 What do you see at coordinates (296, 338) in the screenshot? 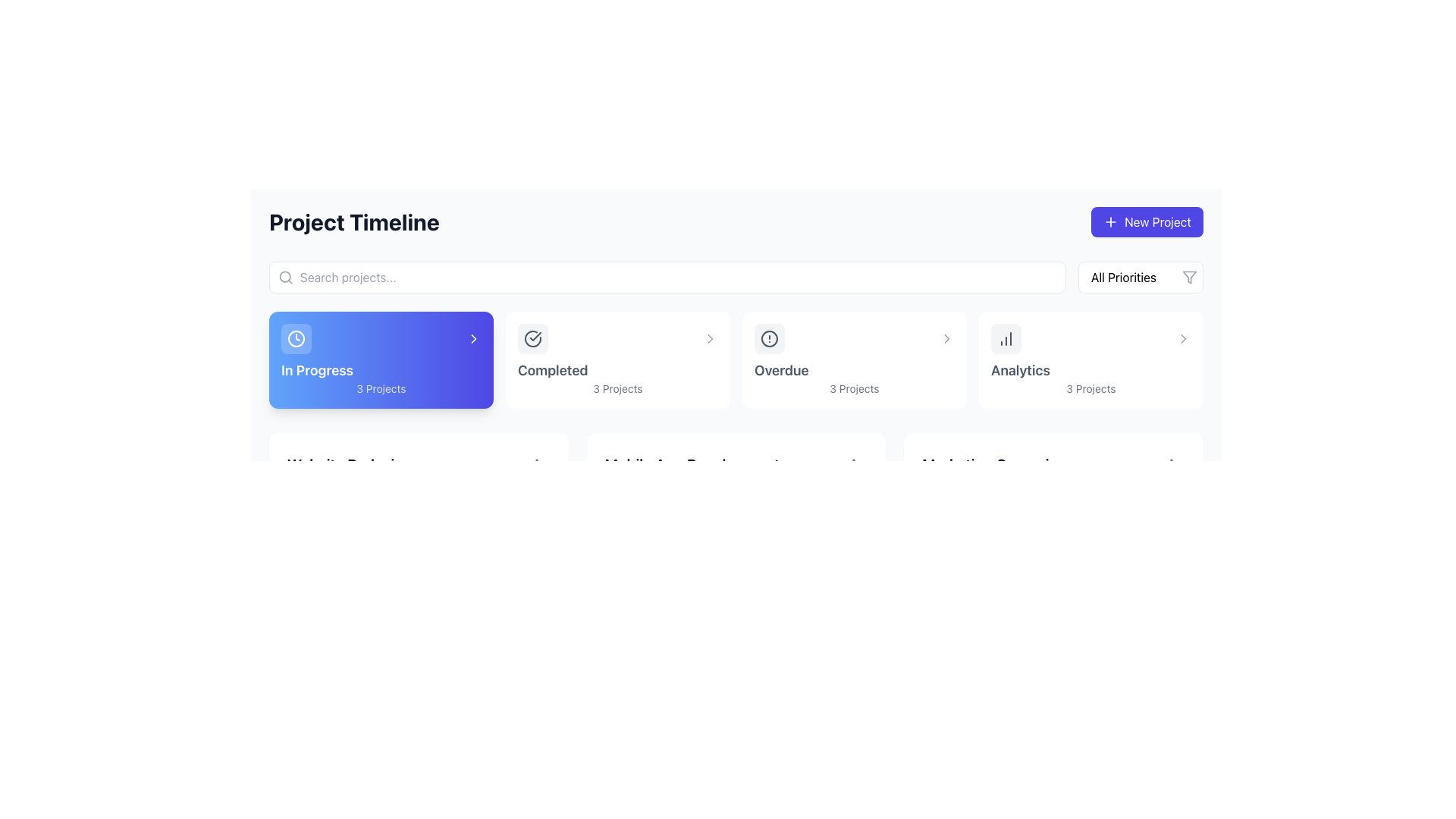
I see `the clock icon located at the top-left corner of the 'In Progress' card in the dashboard` at bounding box center [296, 338].